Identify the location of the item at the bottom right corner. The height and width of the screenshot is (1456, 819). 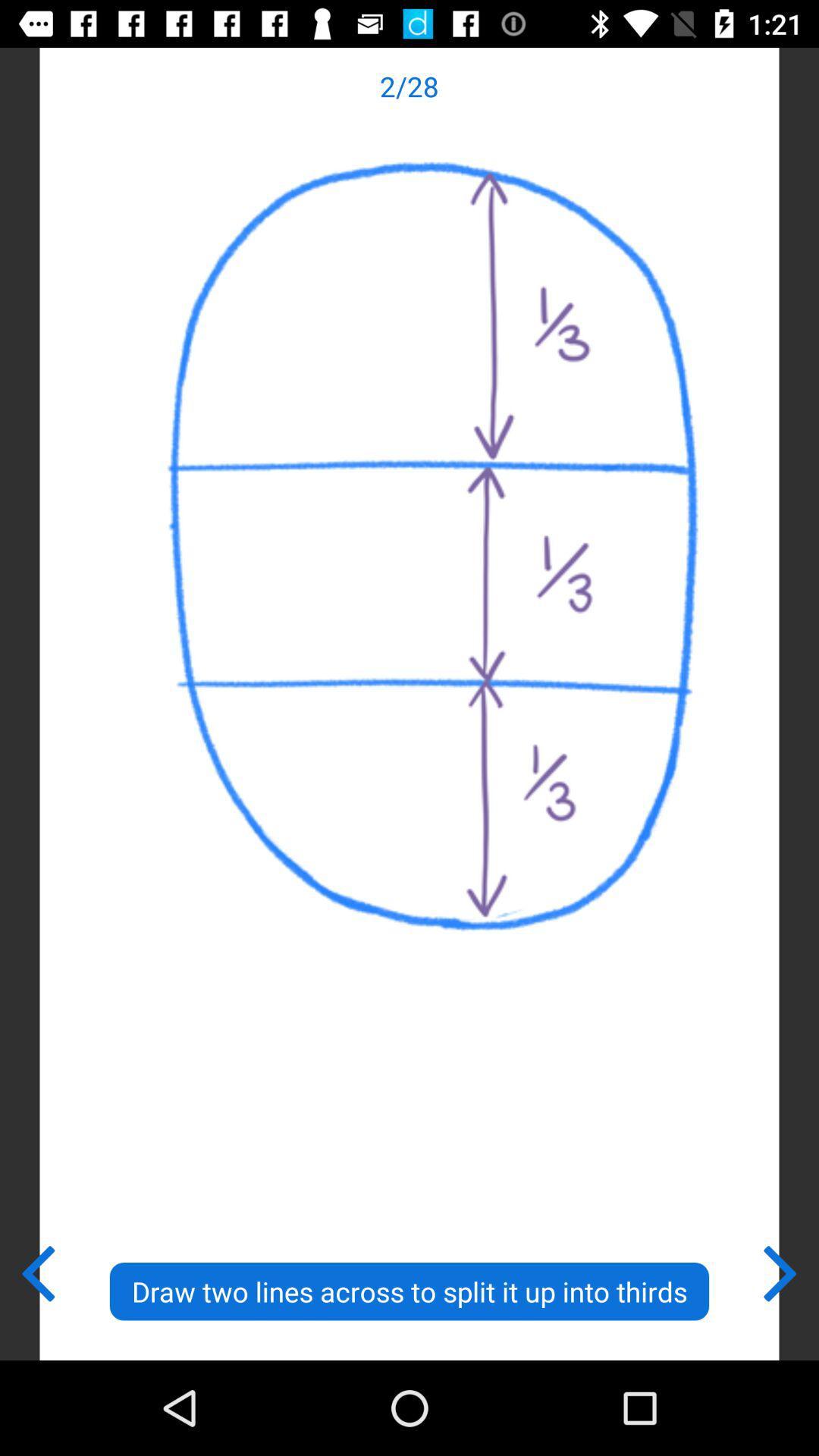
(781, 1270).